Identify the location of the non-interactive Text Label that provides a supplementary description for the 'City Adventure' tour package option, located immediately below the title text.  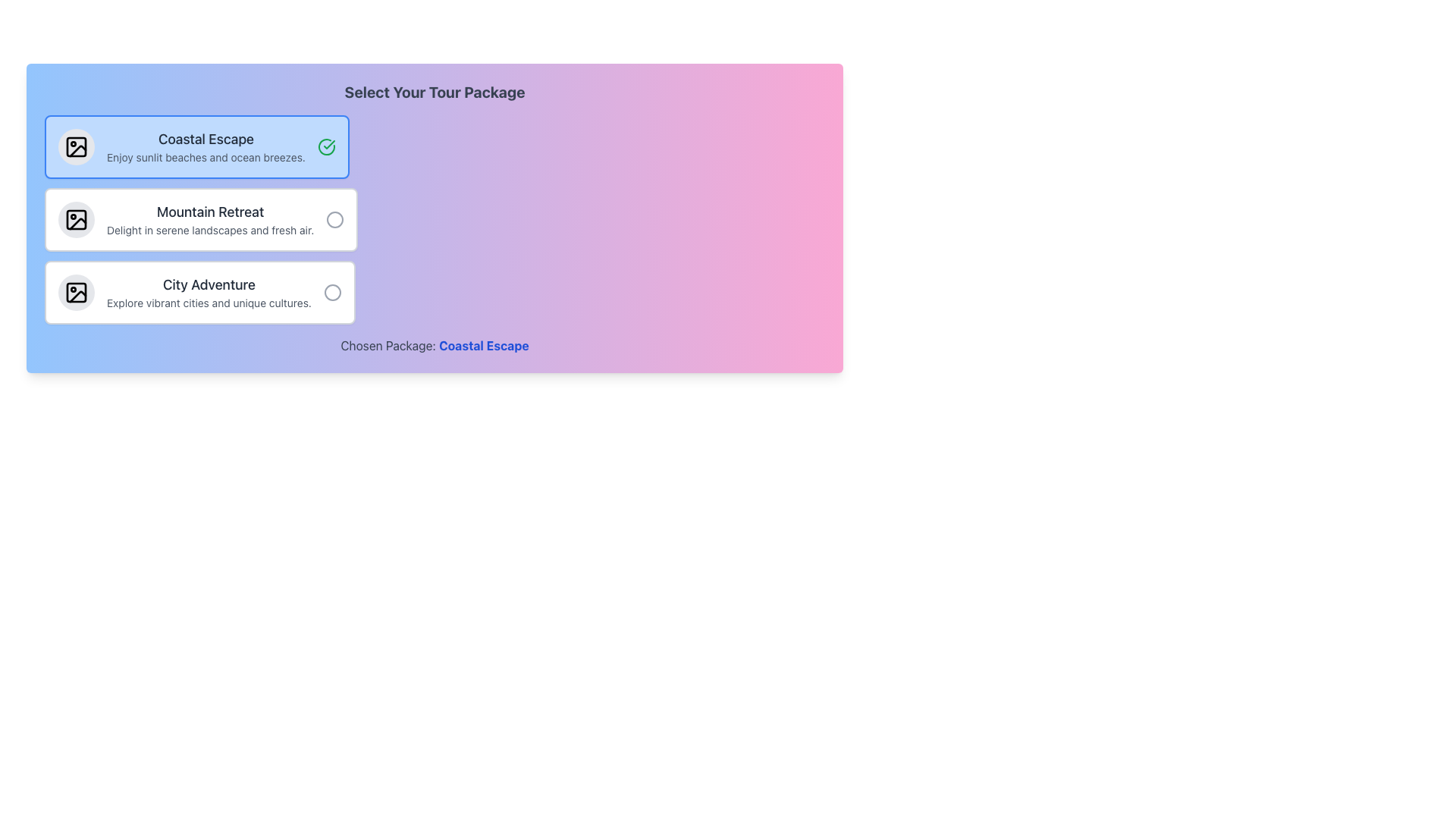
(208, 303).